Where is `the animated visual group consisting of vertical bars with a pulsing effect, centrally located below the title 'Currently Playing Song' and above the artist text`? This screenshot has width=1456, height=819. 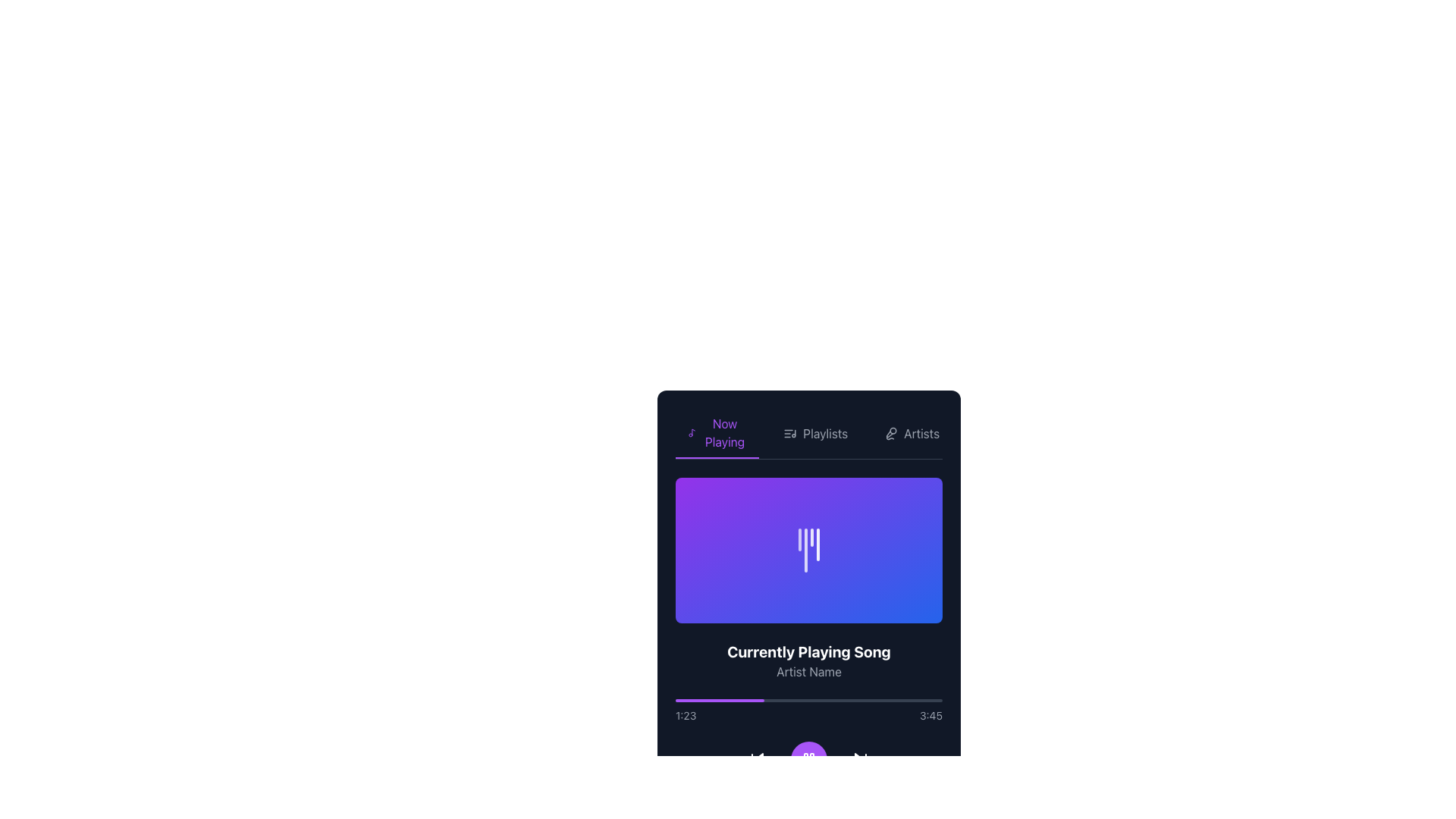 the animated visual group consisting of vertical bars with a pulsing effect, centrally located below the title 'Currently Playing Song' and above the artist text is located at coordinates (808, 550).